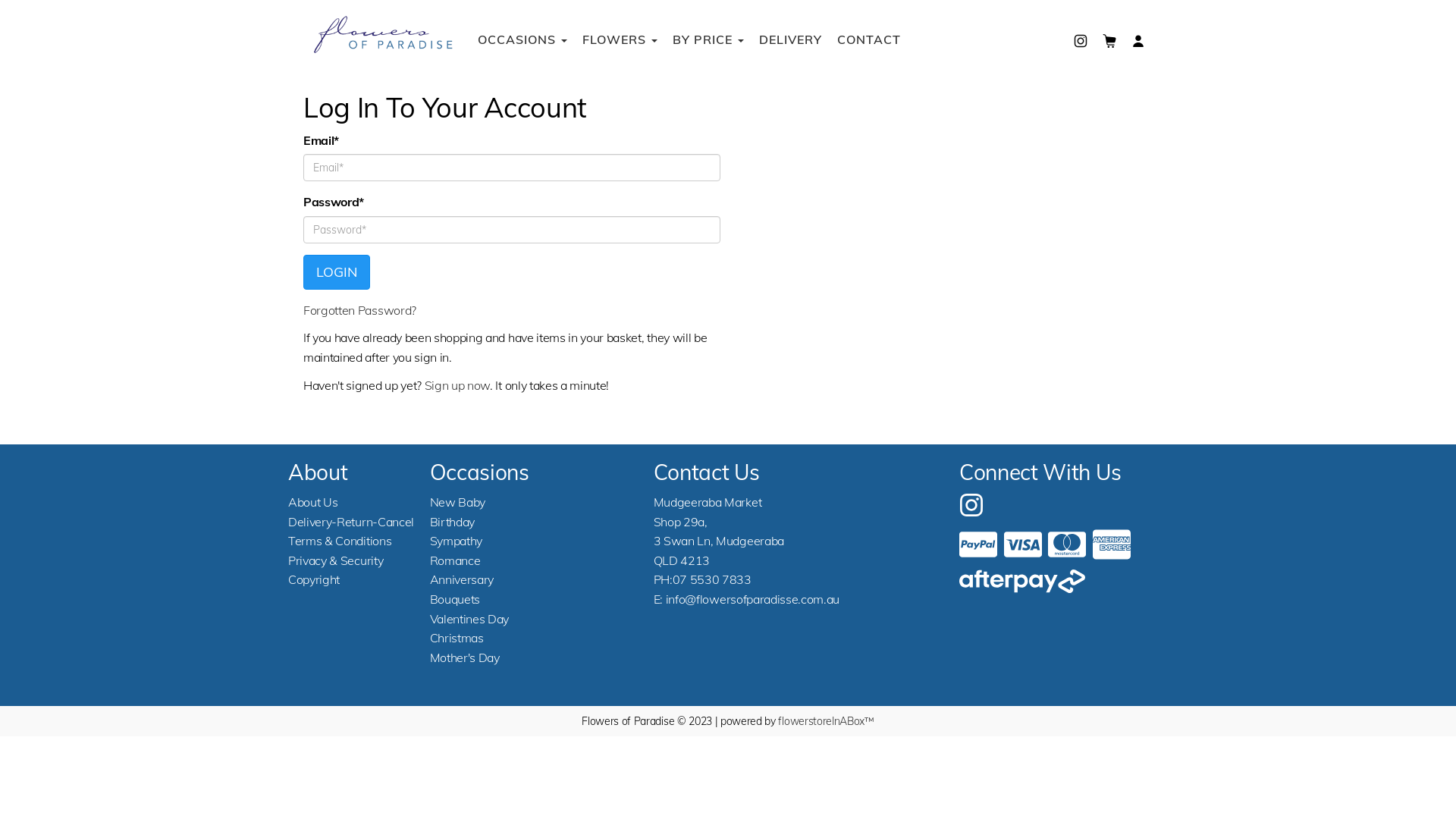 This screenshot has height=819, width=1456. I want to click on 'New Baby', so click(457, 502).